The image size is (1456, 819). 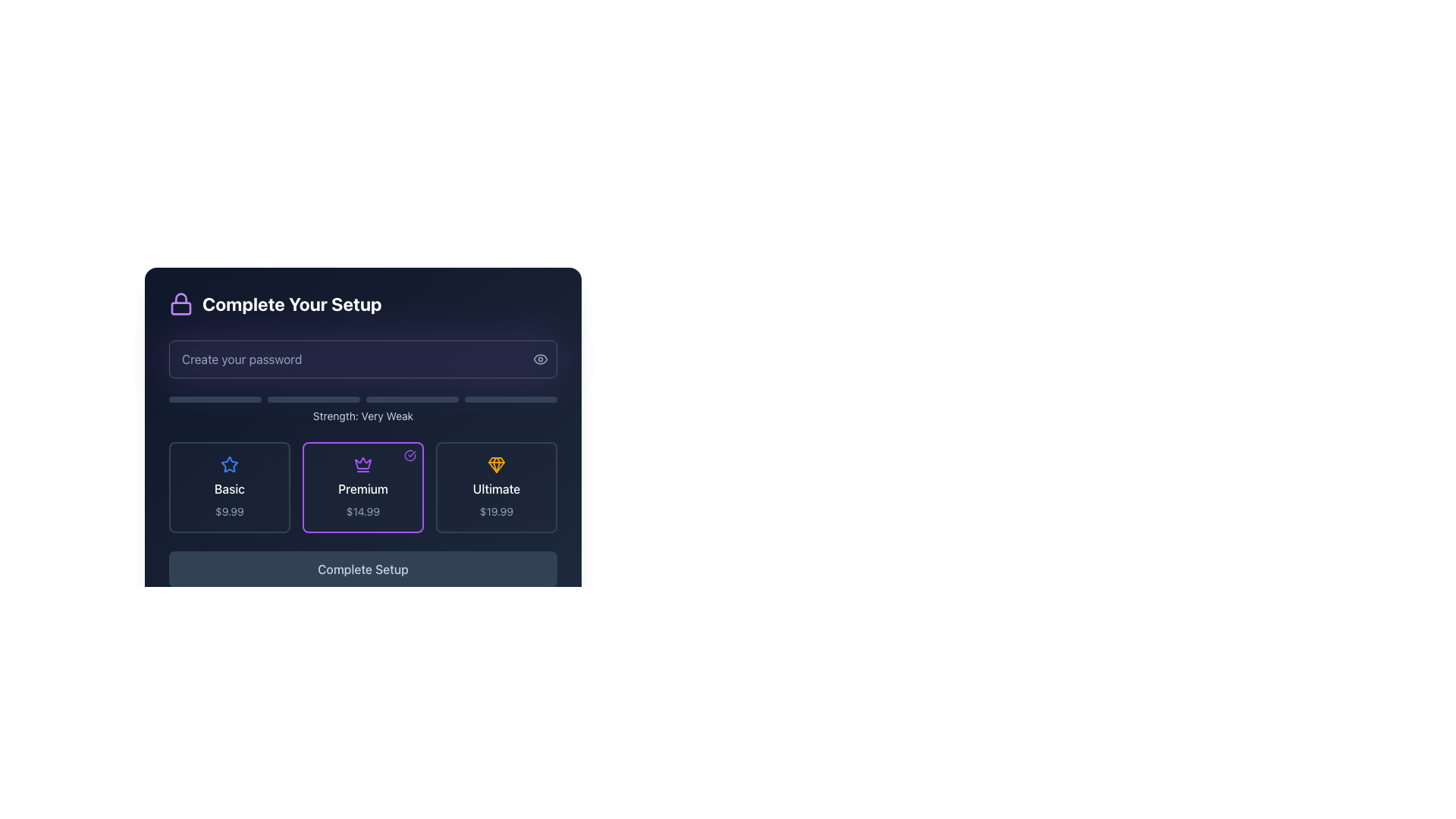 What do you see at coordinates (362, 488) in the screenshot?
I see `to select the 'Premium' option in the Selectable Option Box, which features the text 'Premium' and a purple crown icon above it` at bounding box center [362, 488].